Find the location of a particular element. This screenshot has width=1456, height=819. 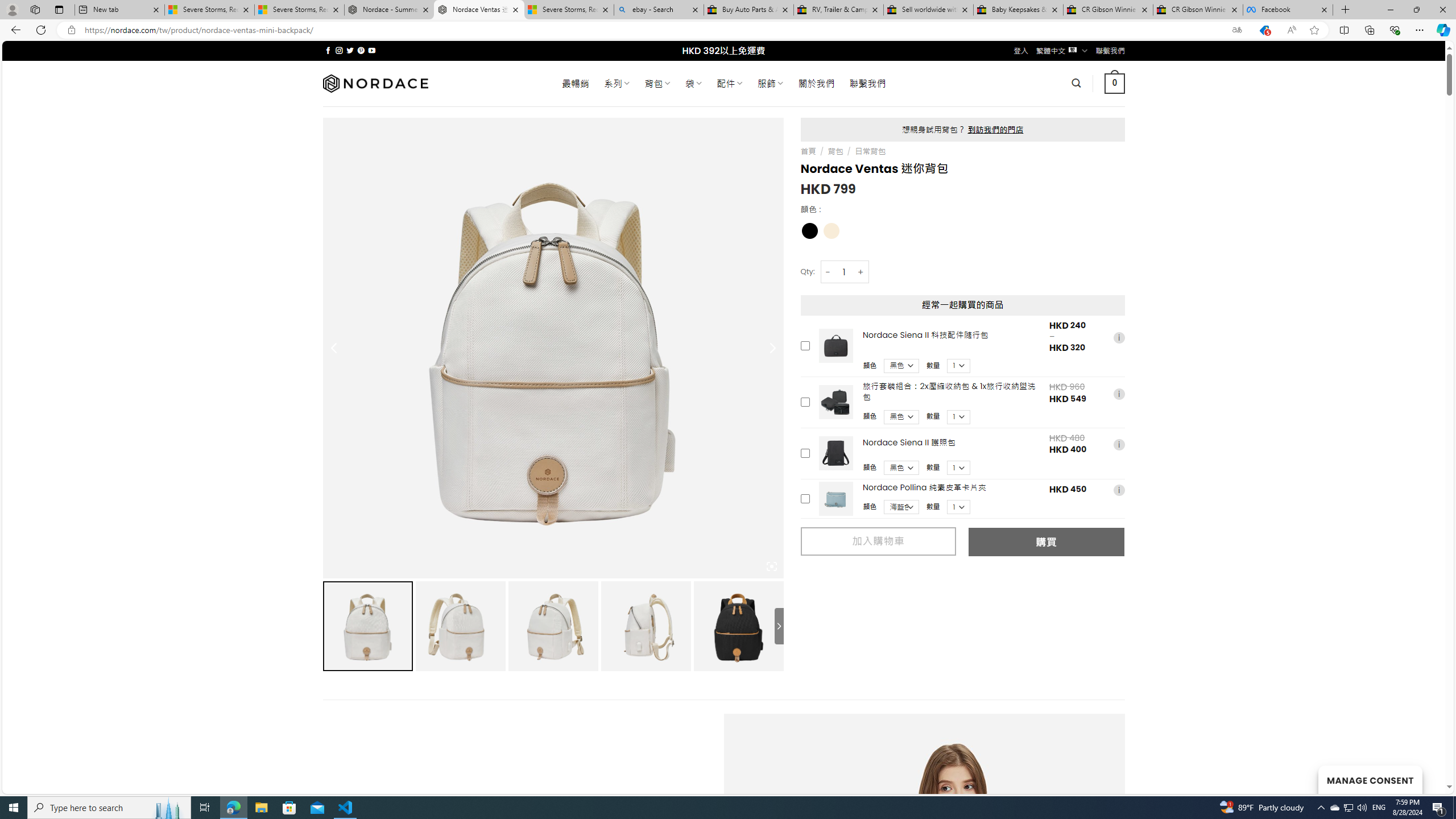

' 0 ' is located at coordinates (1115, 82).